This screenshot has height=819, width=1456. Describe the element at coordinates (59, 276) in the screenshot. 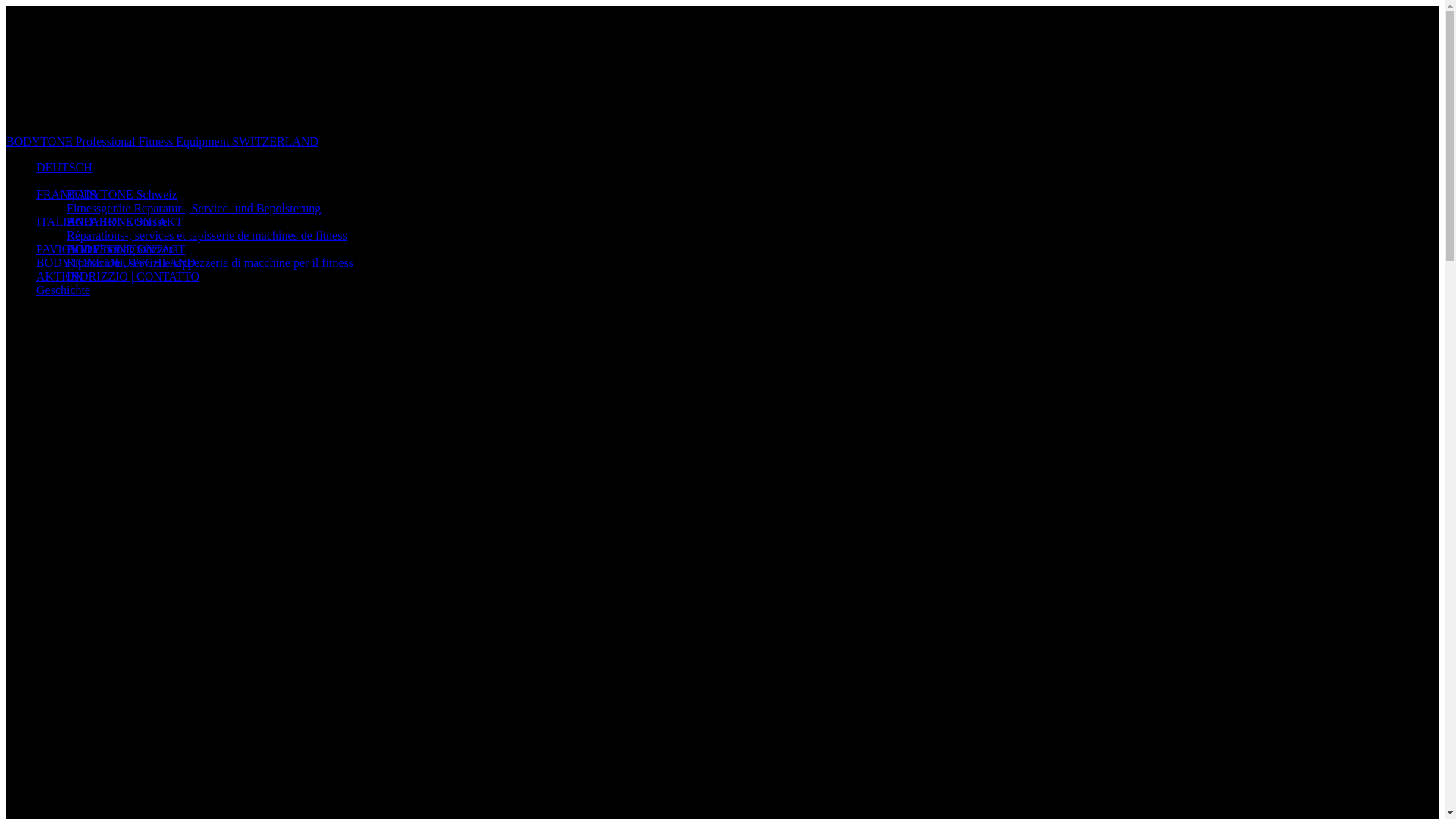

I see `'AKTION'` at that location.